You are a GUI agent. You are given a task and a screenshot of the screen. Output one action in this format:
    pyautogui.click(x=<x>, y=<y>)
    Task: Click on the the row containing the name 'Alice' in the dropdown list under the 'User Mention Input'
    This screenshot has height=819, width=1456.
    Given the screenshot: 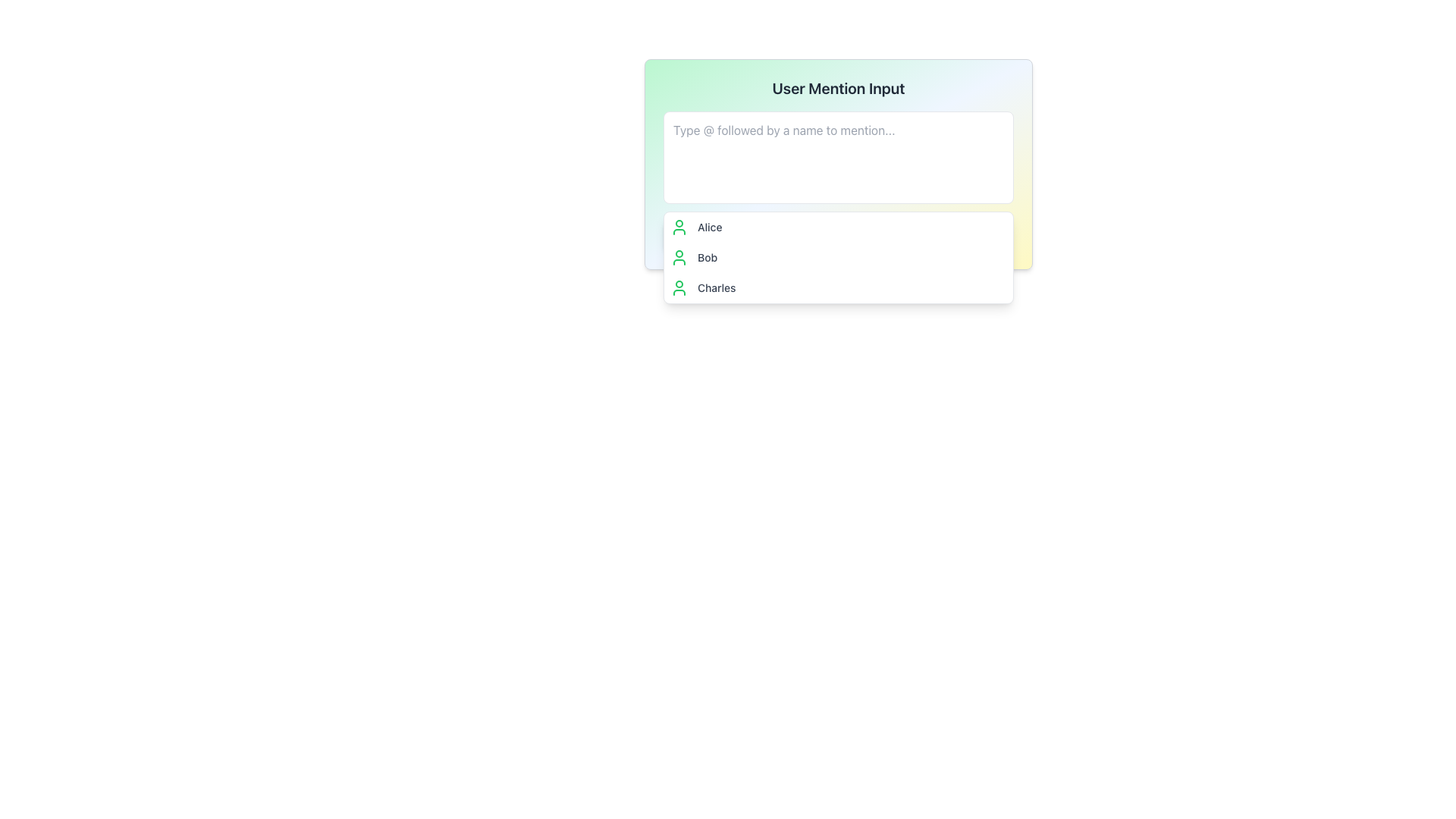 What is the action you would take?
    pyautogui.click(x=837, y=236)
    